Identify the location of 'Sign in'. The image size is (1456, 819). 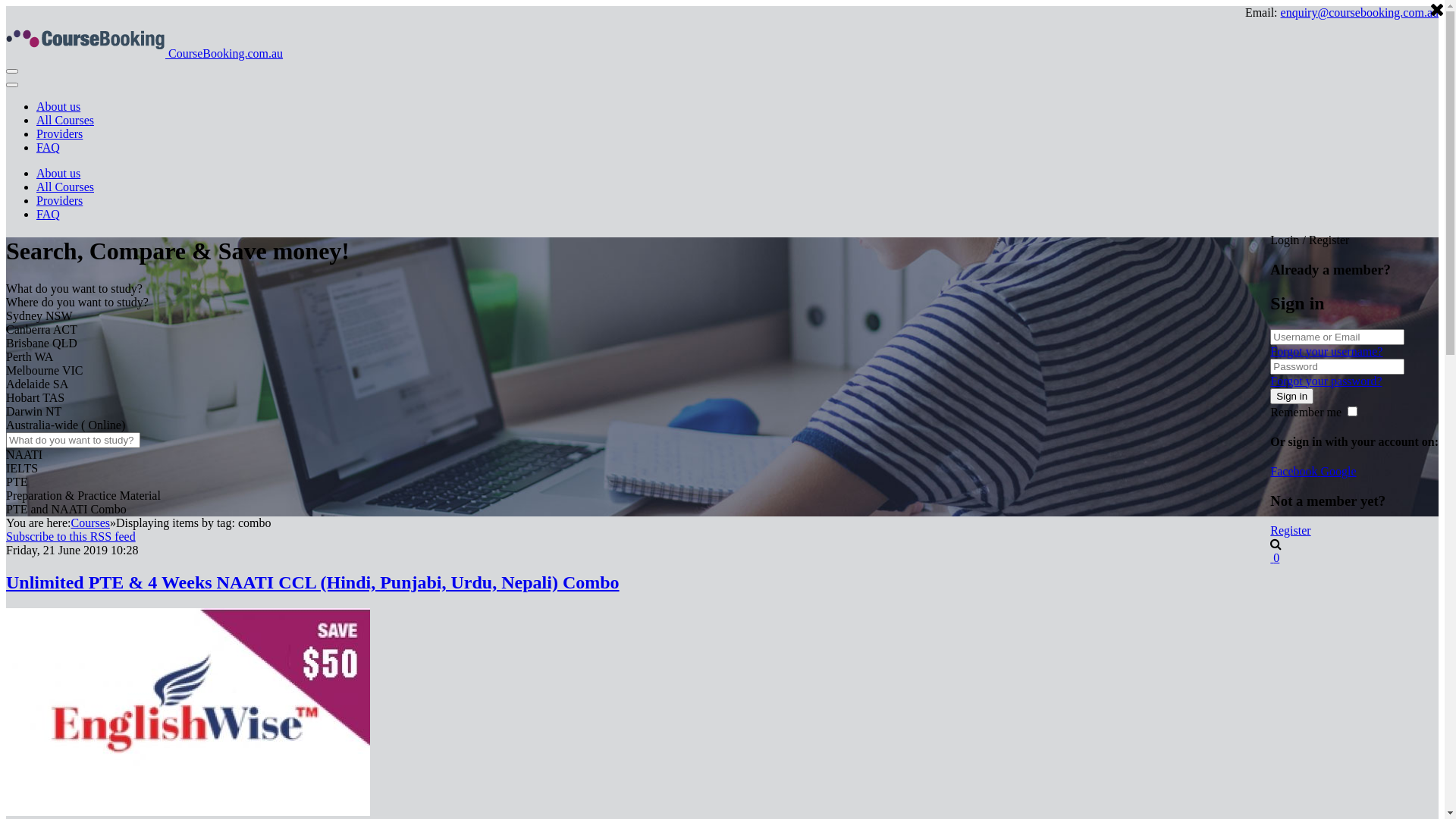
(1291, 395).